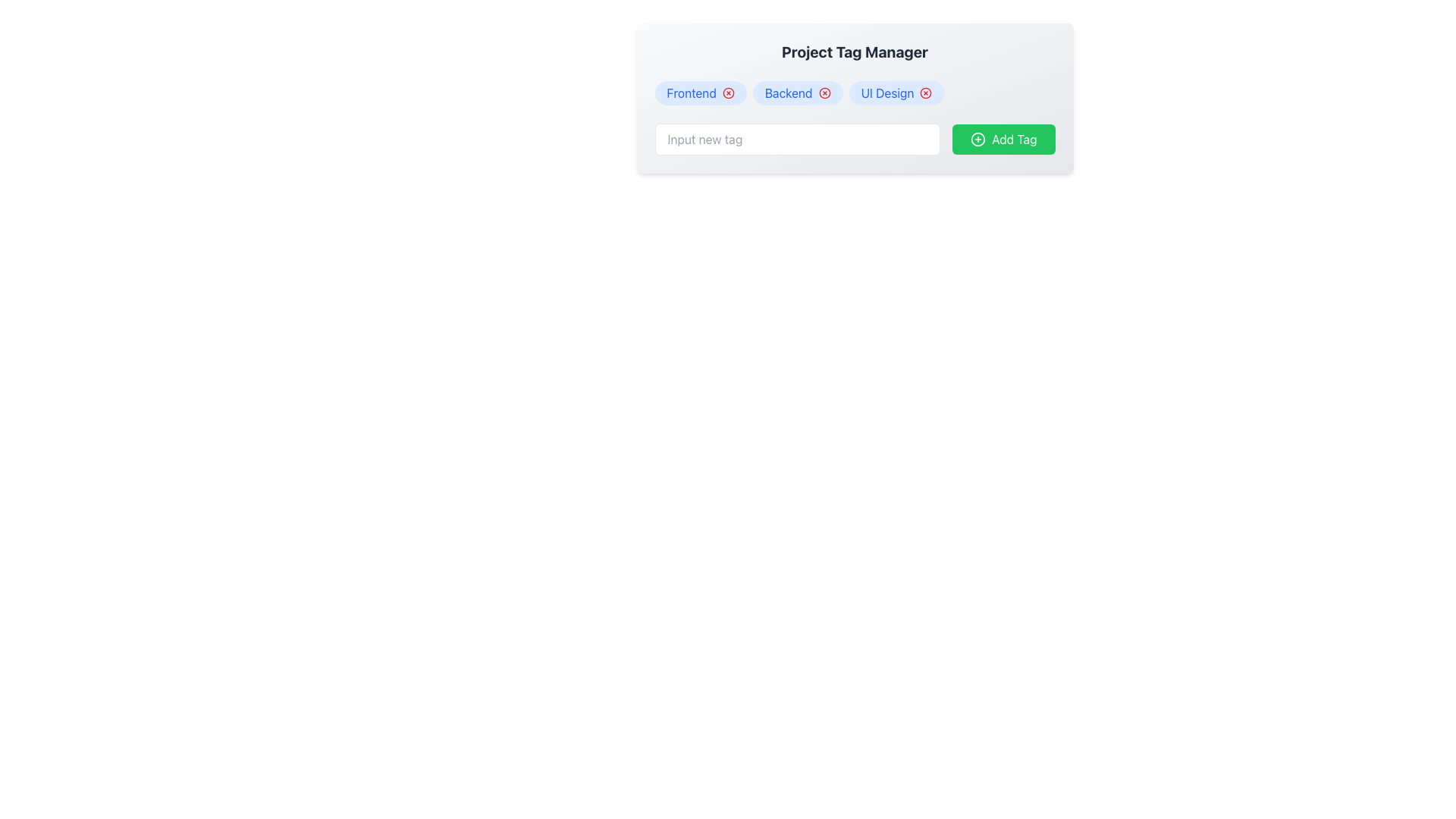 The height and width of the screenshot is (819, 1456). What do you see at coordinates (691, 93) in the screenshot?
I see `the 'Frontend' text label element, which is the first tag under the heading 'Project Tag Manager' and styled in blue on a light blue background` at bounding box center [691, 93].